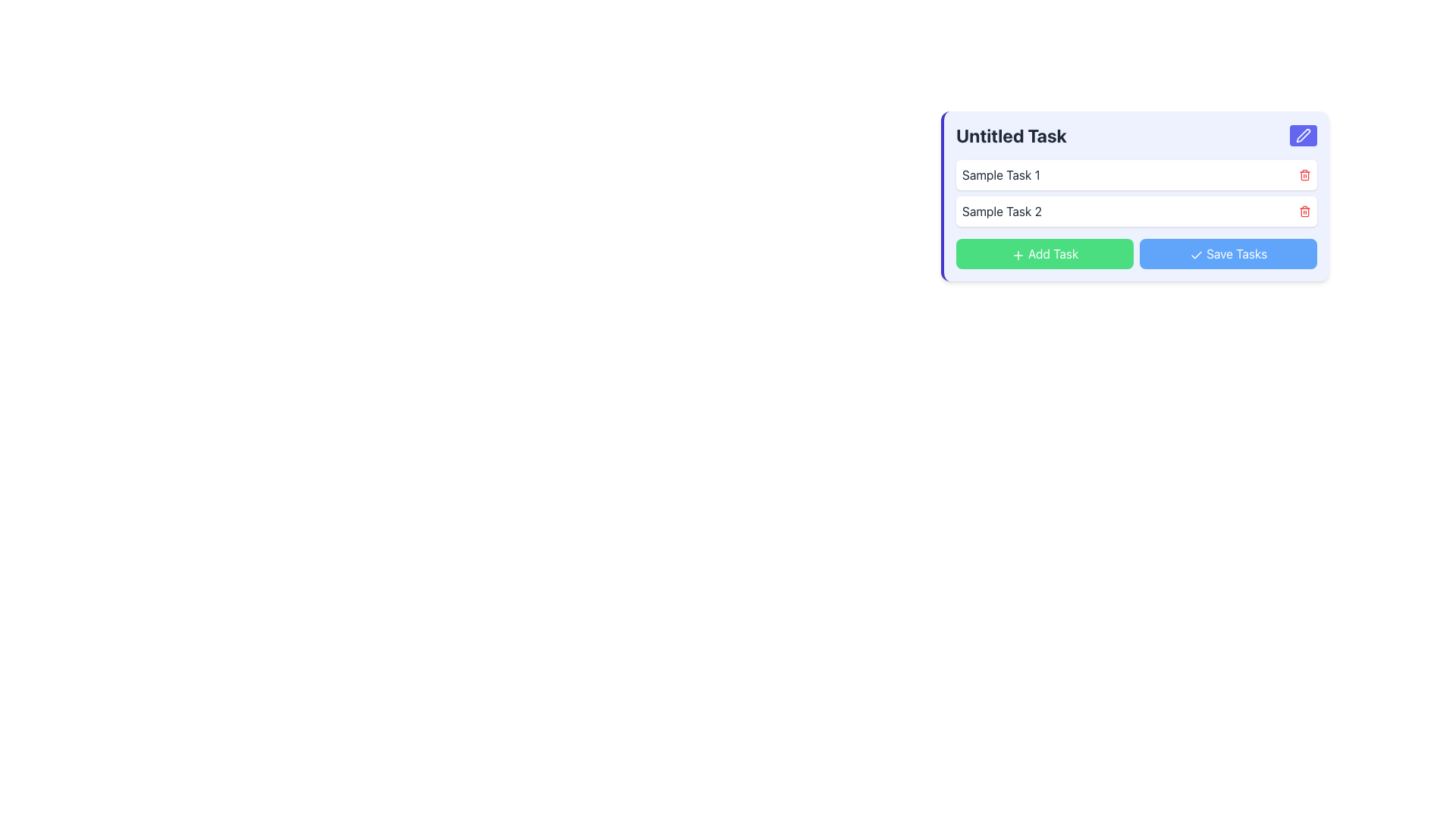  I want to click on the button located to the left of the 'Save Tasks' button, so click(1043, 253).